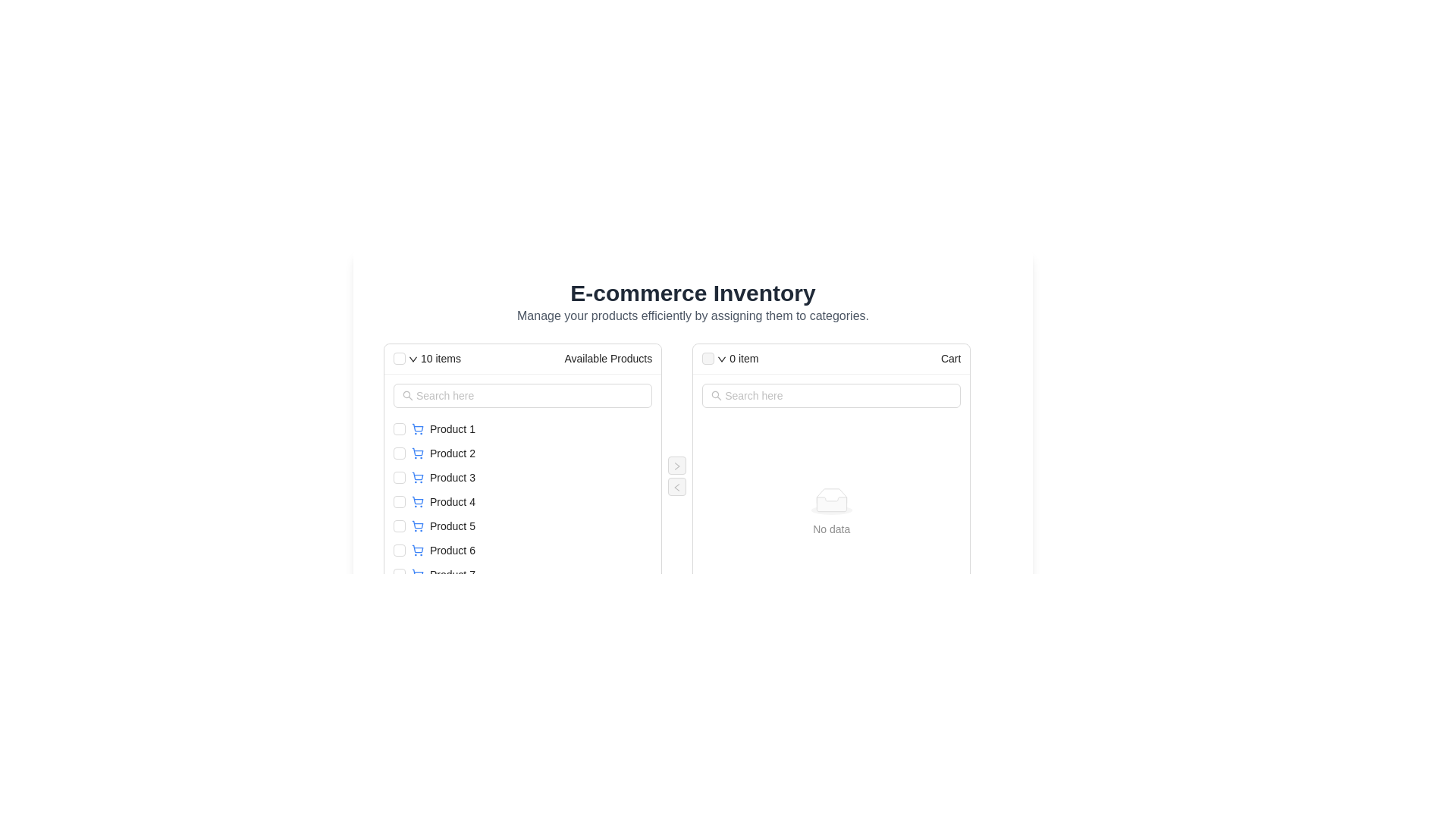  Describe the element at coordinates (716, 394) in the screenshot. I see `the search icon located within the search bar to the left of the 'Search here' input text box` at that location.